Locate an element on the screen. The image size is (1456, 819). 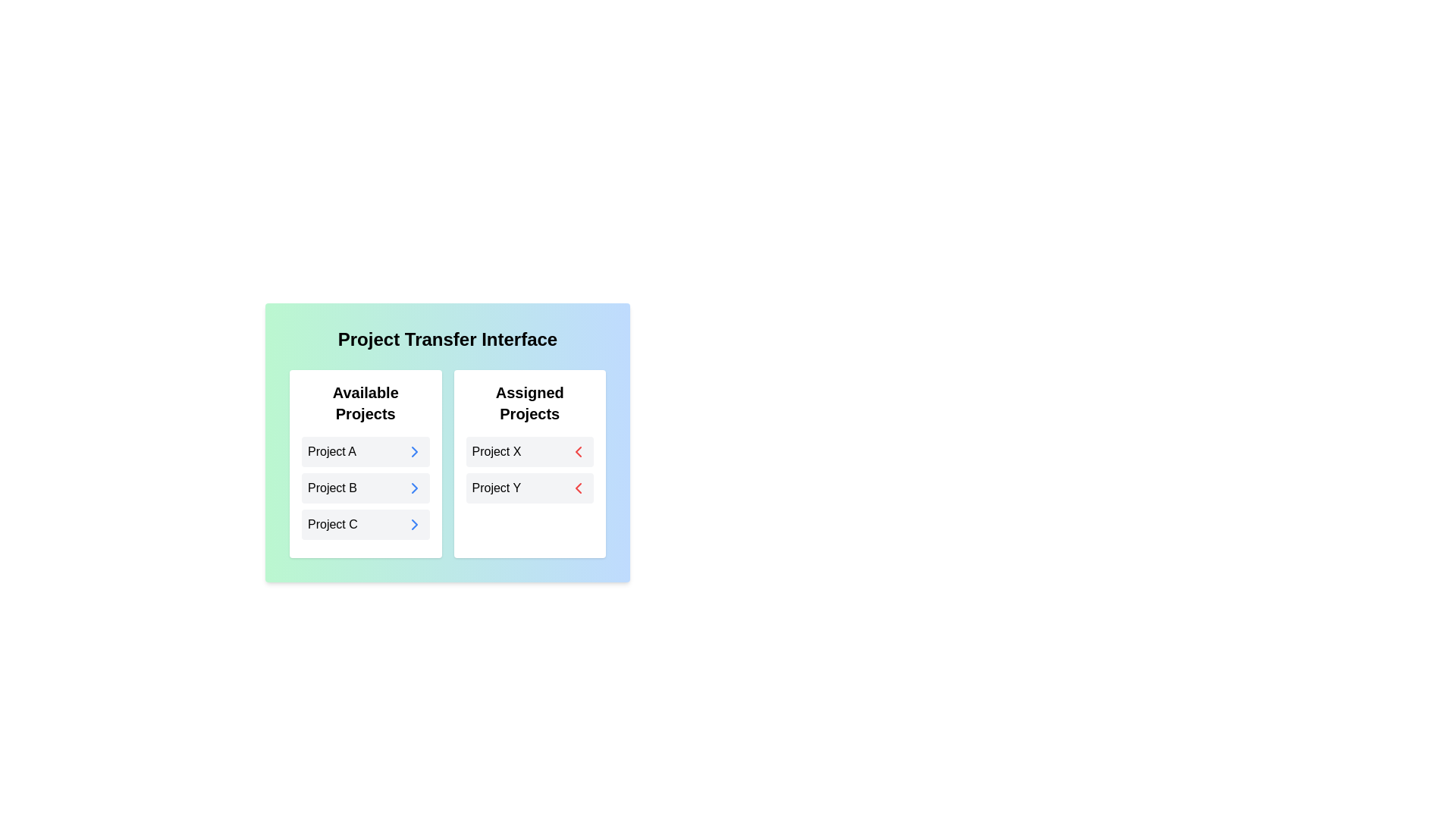
the 'Available Projects' text label, which serves as a title for the section, positioned within the white card on the left half of the interface is located at coordinates (366, 403).